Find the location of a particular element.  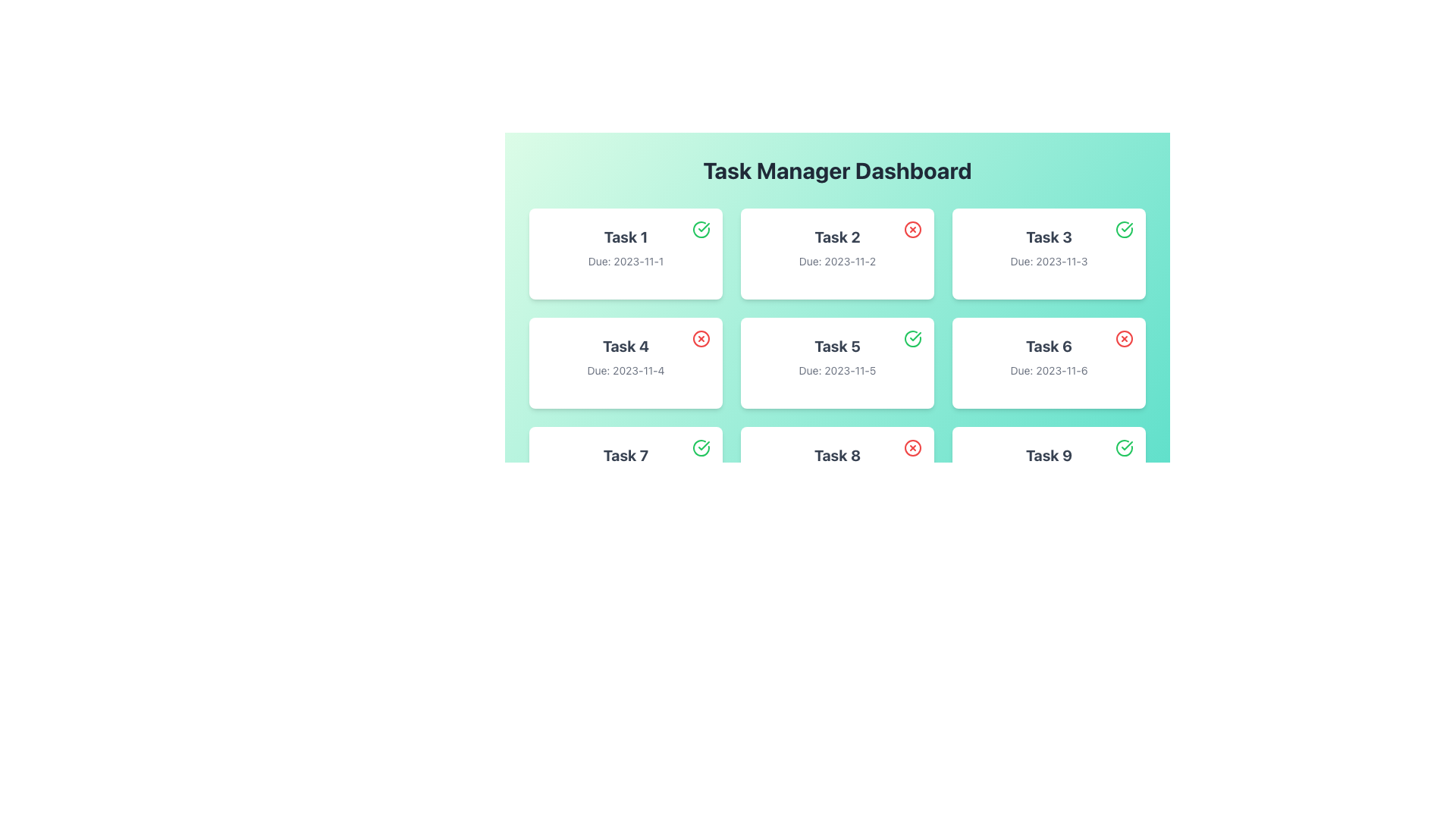

the icon representing a completed task located at the top-right corner of the 'Task 5' card in the 'Task Manager Dashboard' is located at coordinates (912, 338).